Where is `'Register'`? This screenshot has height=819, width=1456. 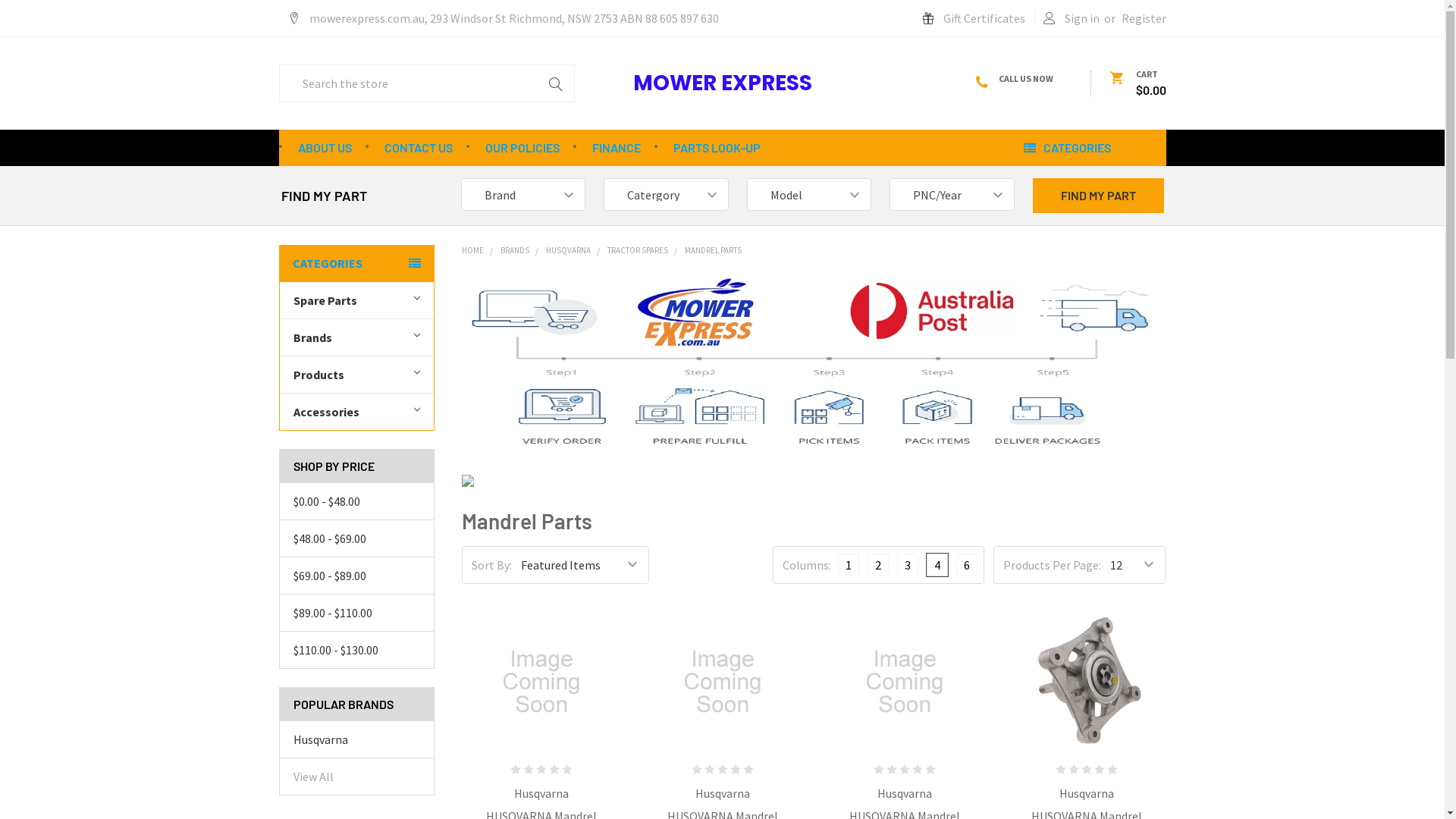 'Register' is located at coordinates (1121, 17).